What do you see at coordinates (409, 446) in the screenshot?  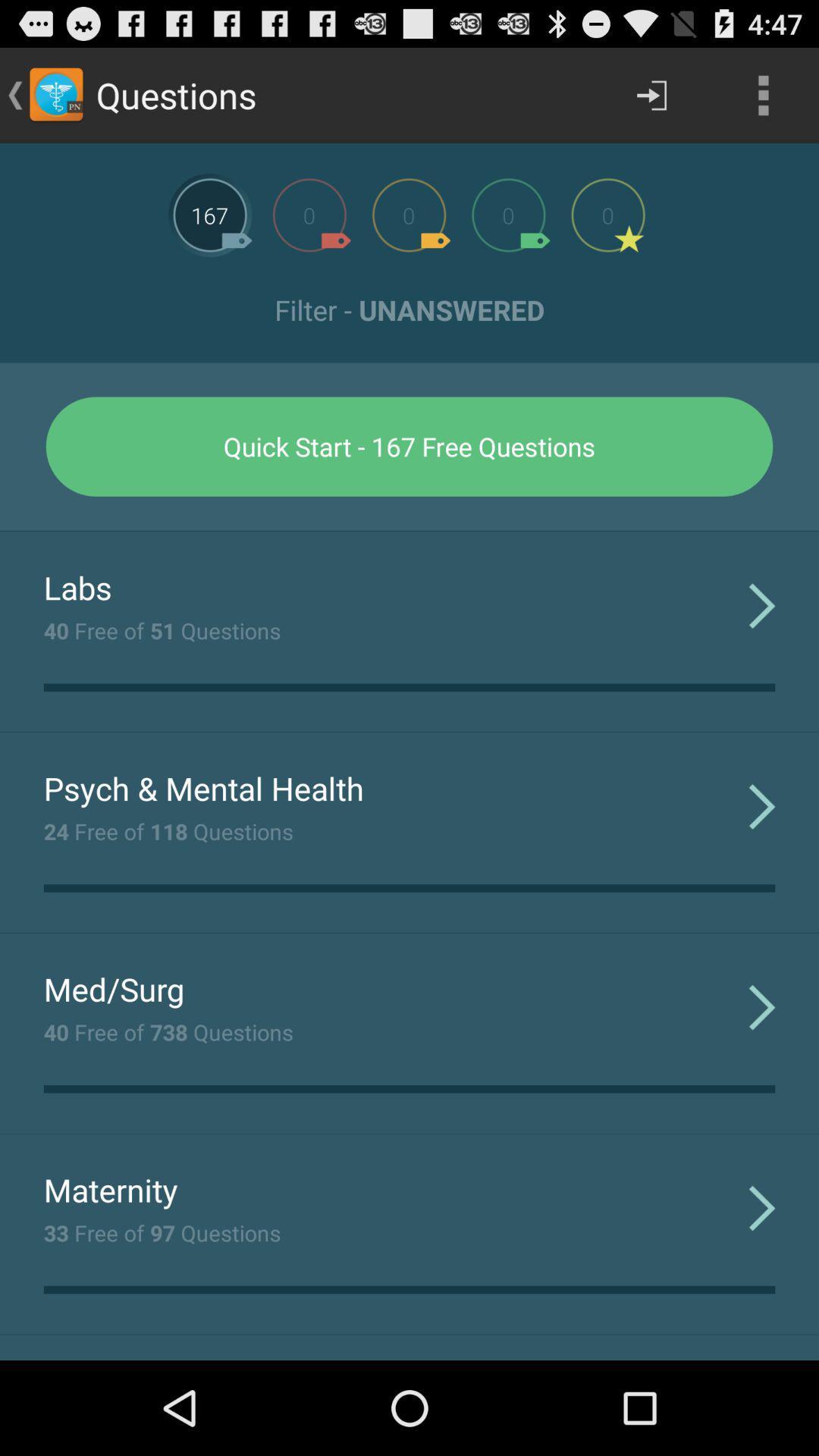 I see `the icon below the filter - unanswered item` at bounding box center [409, 446].